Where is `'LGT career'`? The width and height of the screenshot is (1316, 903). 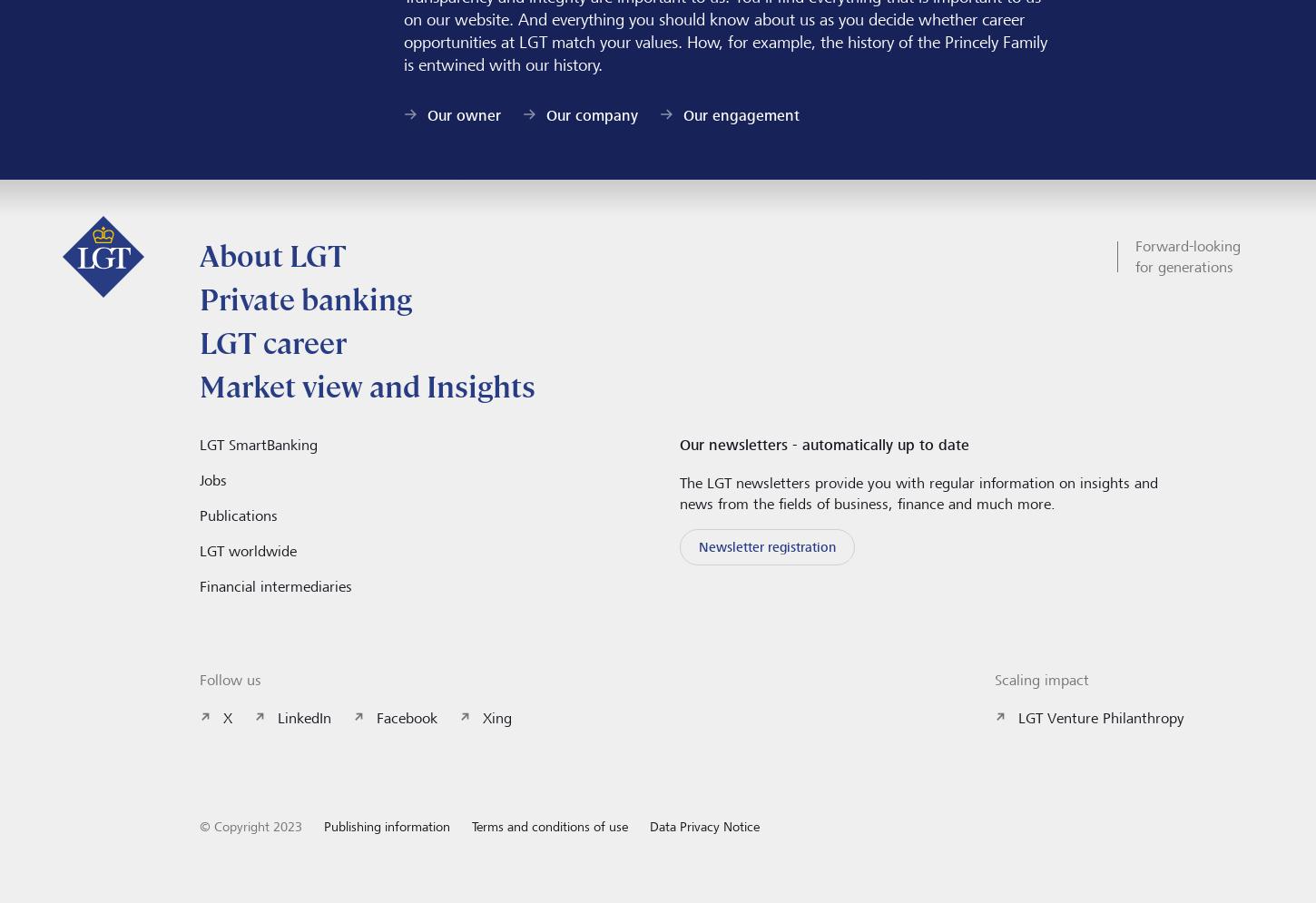
'LGT career' is located at coordinates (273, 342).